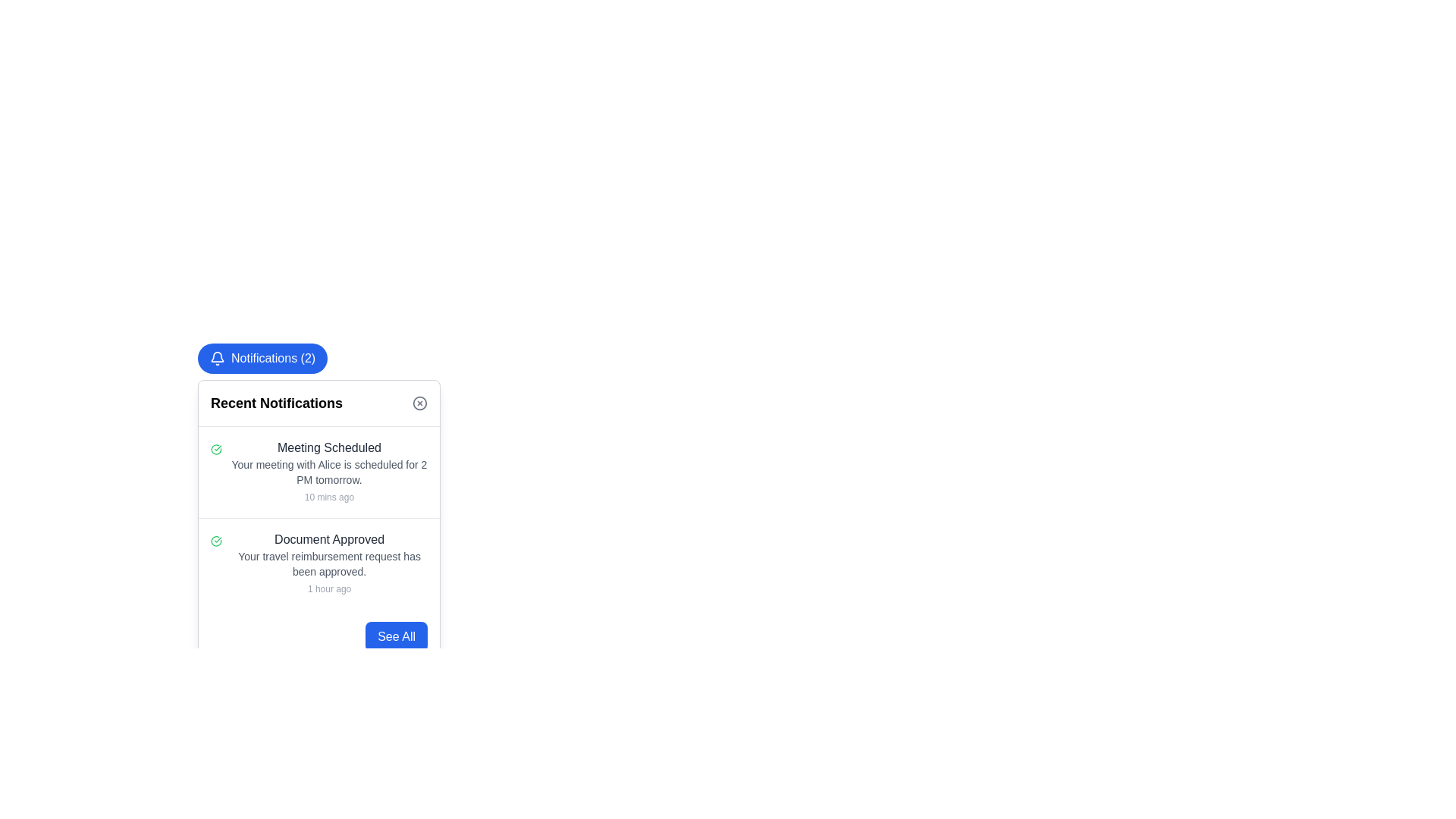 This screenshot has width=1456, height=819. What do you see at coordinates (215, 449) in the screenshot?
I see `the non-interactive notification icon that indicates a positive status, located to the left of the text 'Meeting Scheduled'` at bounding box center [215, 449].